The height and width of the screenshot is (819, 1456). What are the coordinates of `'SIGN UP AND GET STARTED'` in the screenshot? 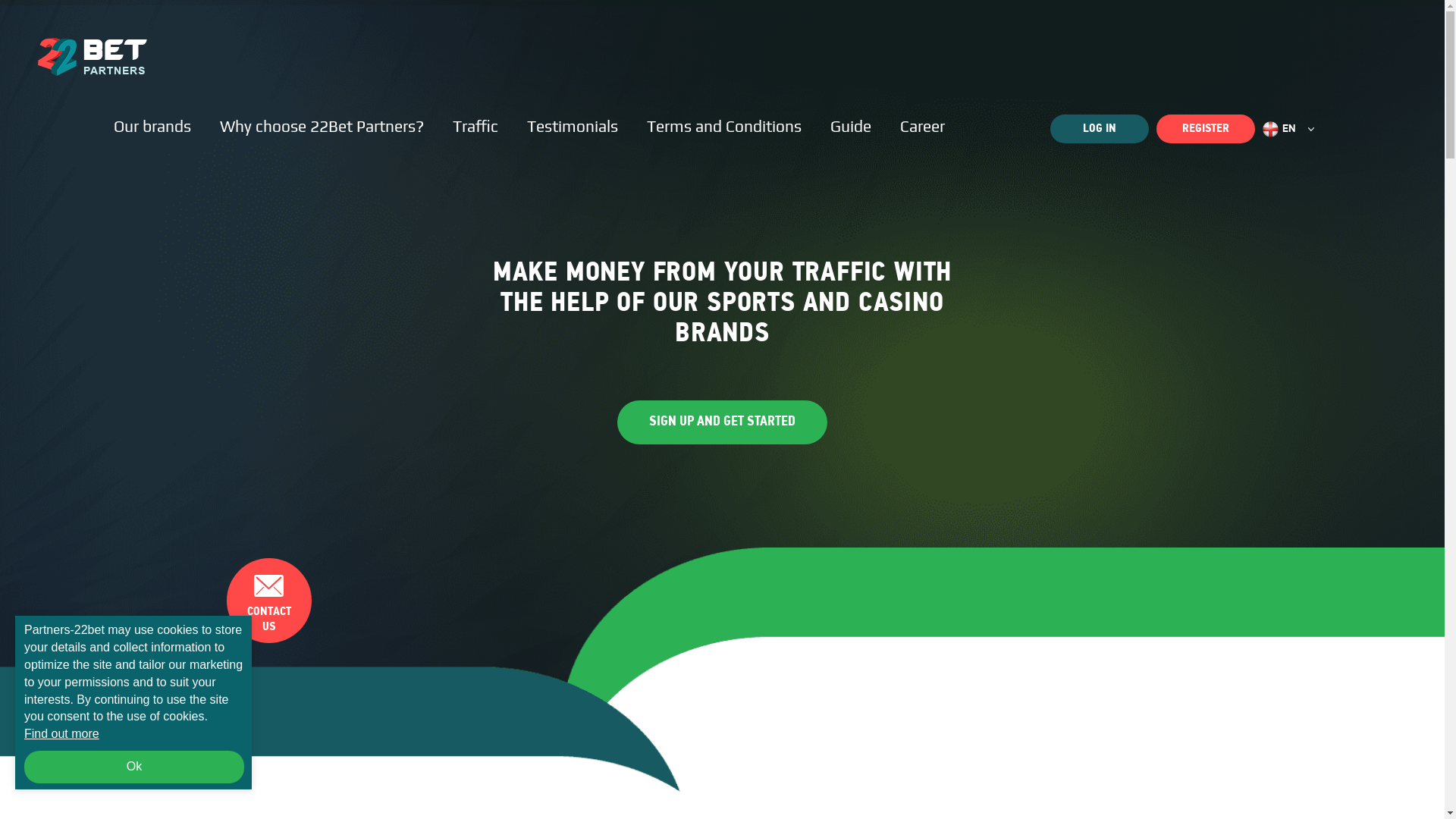 It's located at (721, 422).